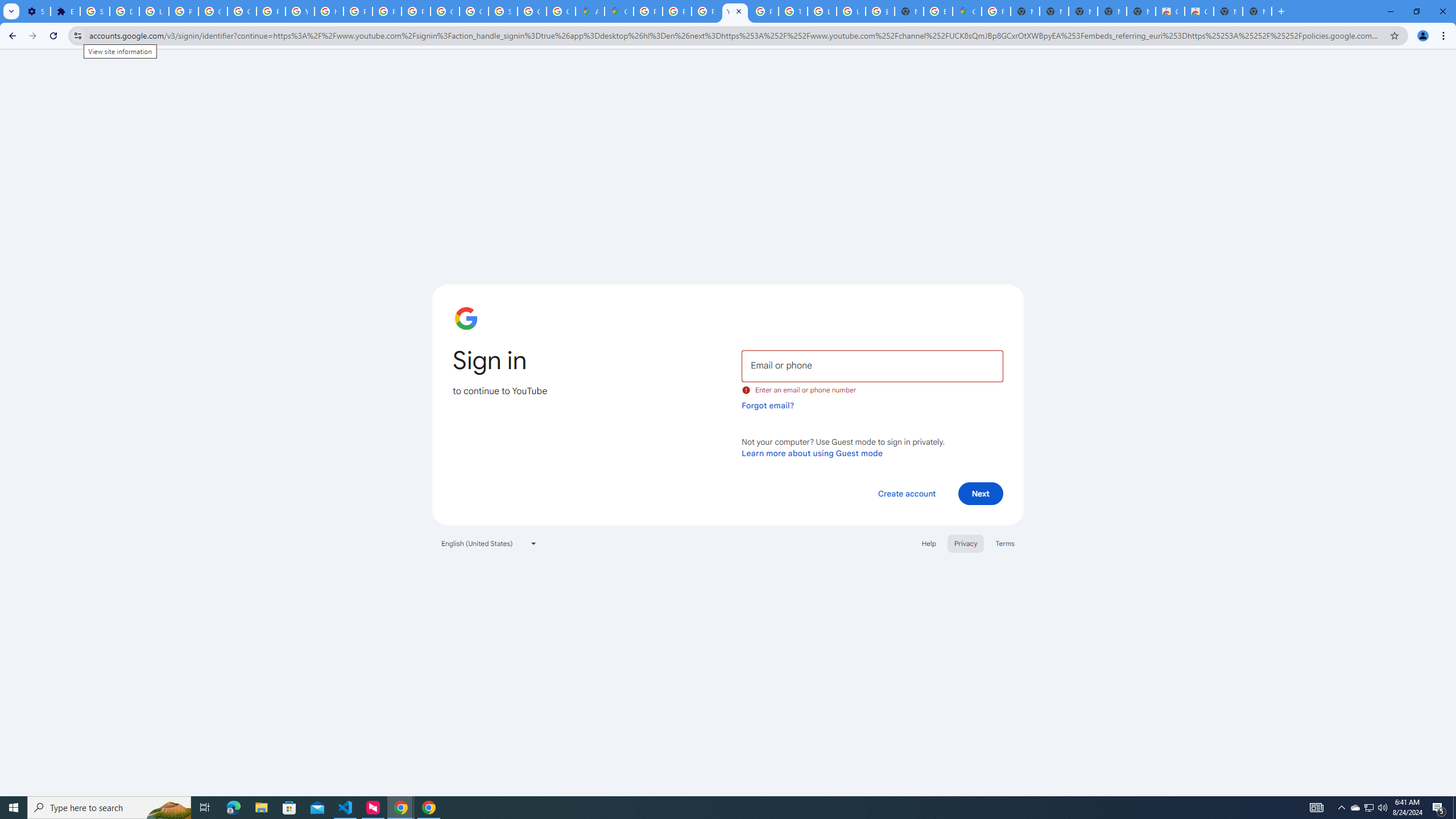  I want to click on 'Policy Accountability and Transparency - Transparency Center', so click(648, 11).